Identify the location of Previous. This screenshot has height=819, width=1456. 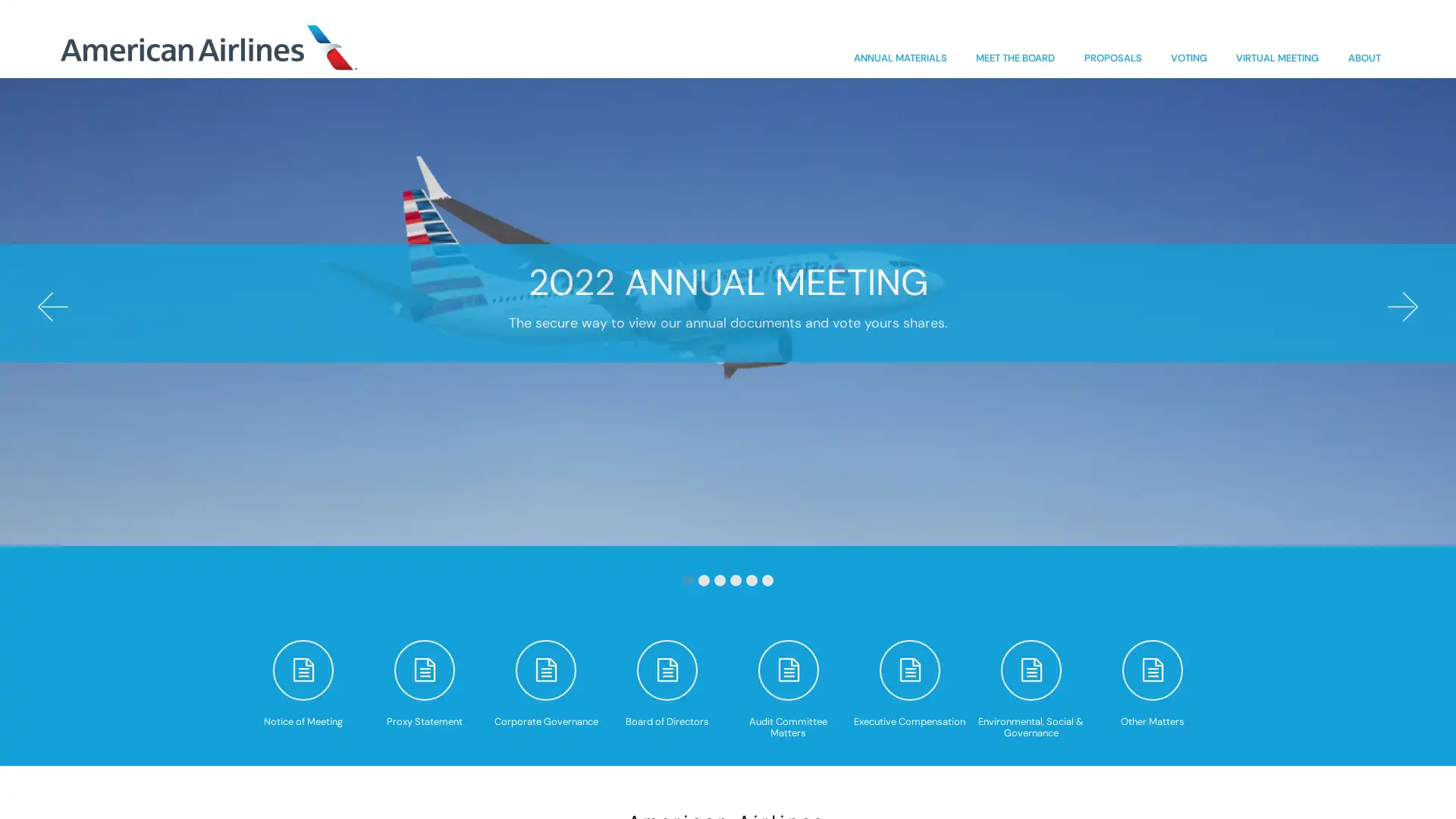
(53, 307).